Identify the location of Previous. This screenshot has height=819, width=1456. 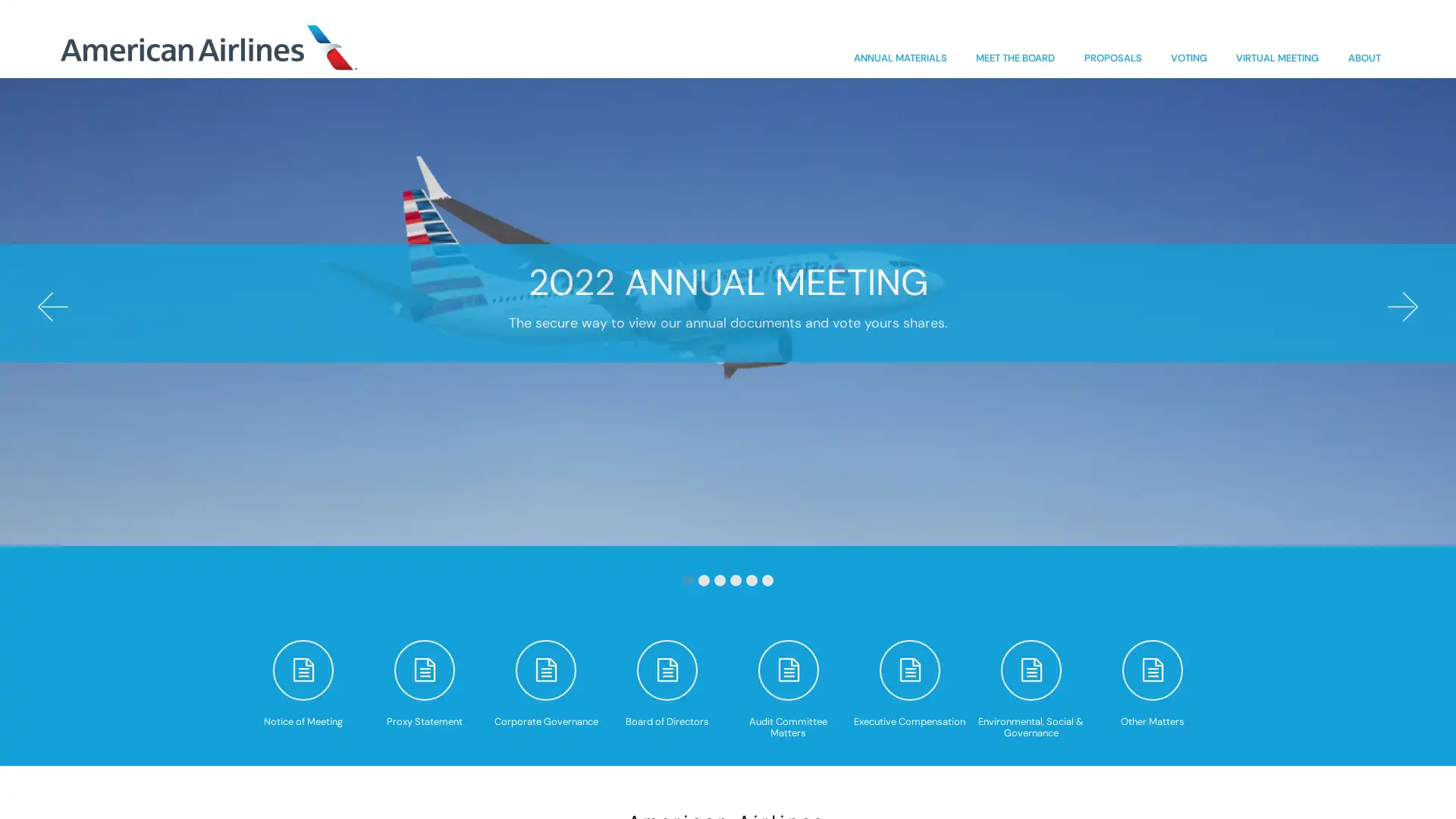
(53, 307).